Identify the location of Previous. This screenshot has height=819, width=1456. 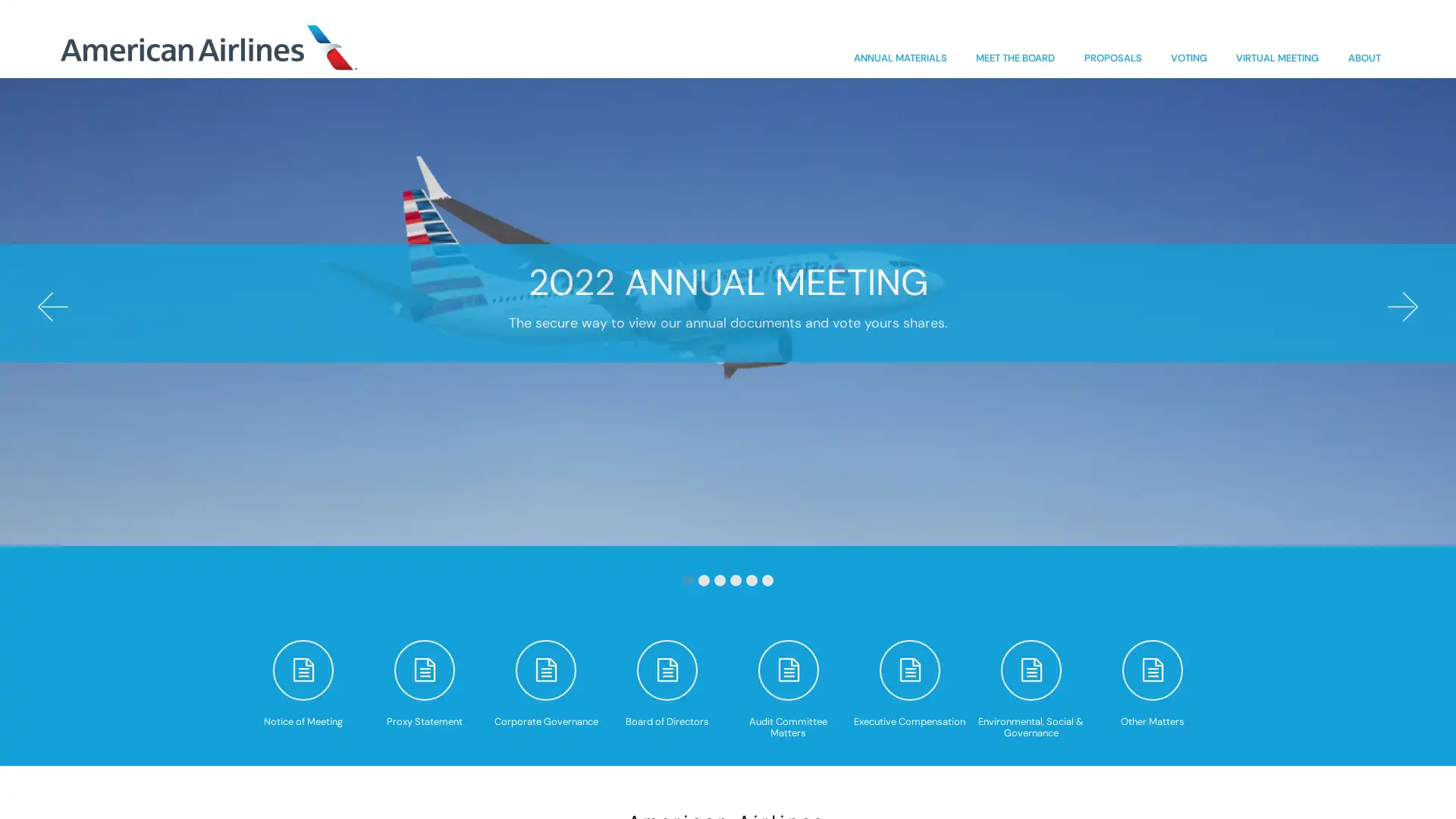
(53, 307).